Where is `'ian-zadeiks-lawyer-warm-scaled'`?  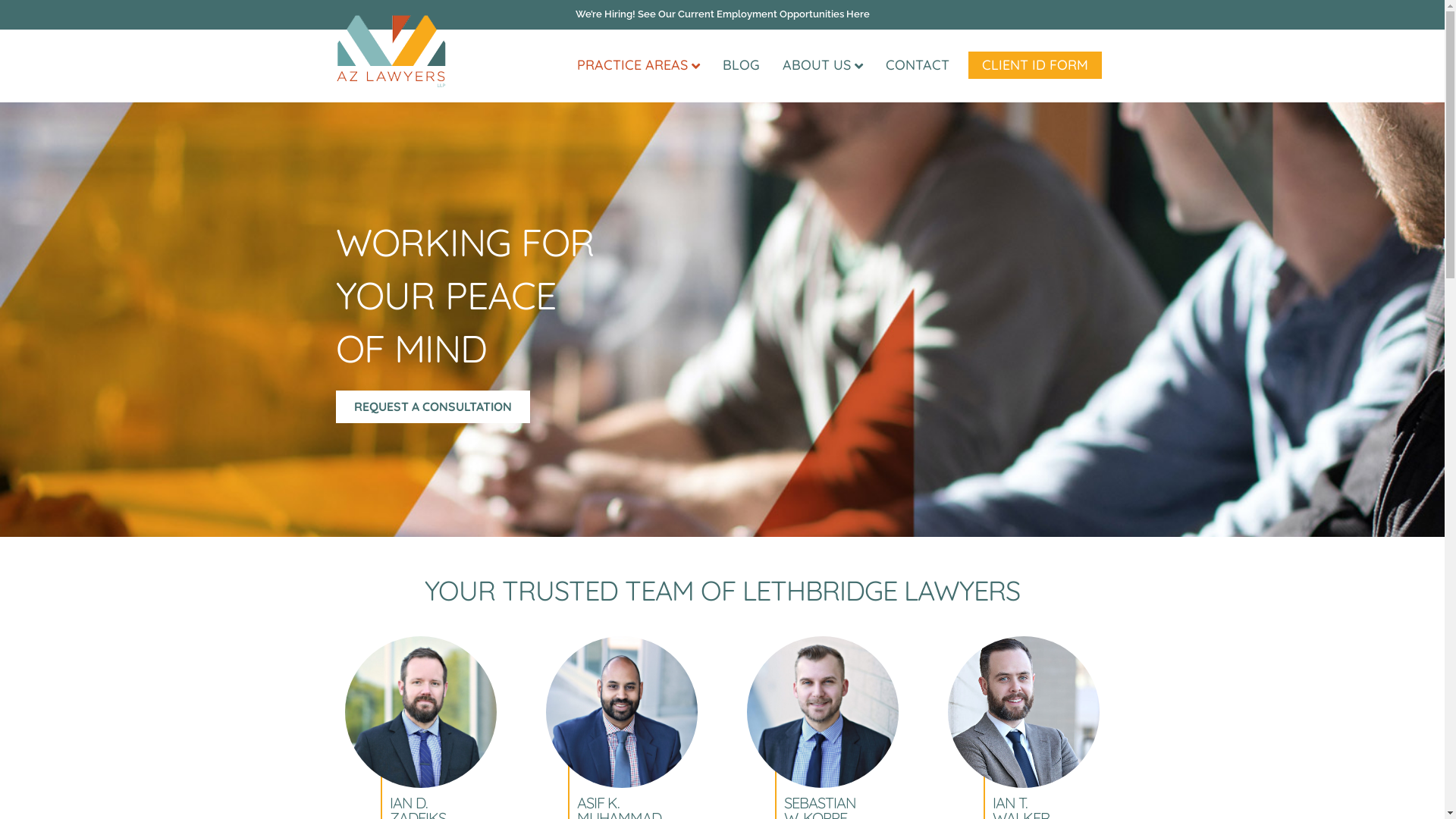 'ian-zadeiks-lawyer-warm-scaled' is located at coordinates (421, 711).